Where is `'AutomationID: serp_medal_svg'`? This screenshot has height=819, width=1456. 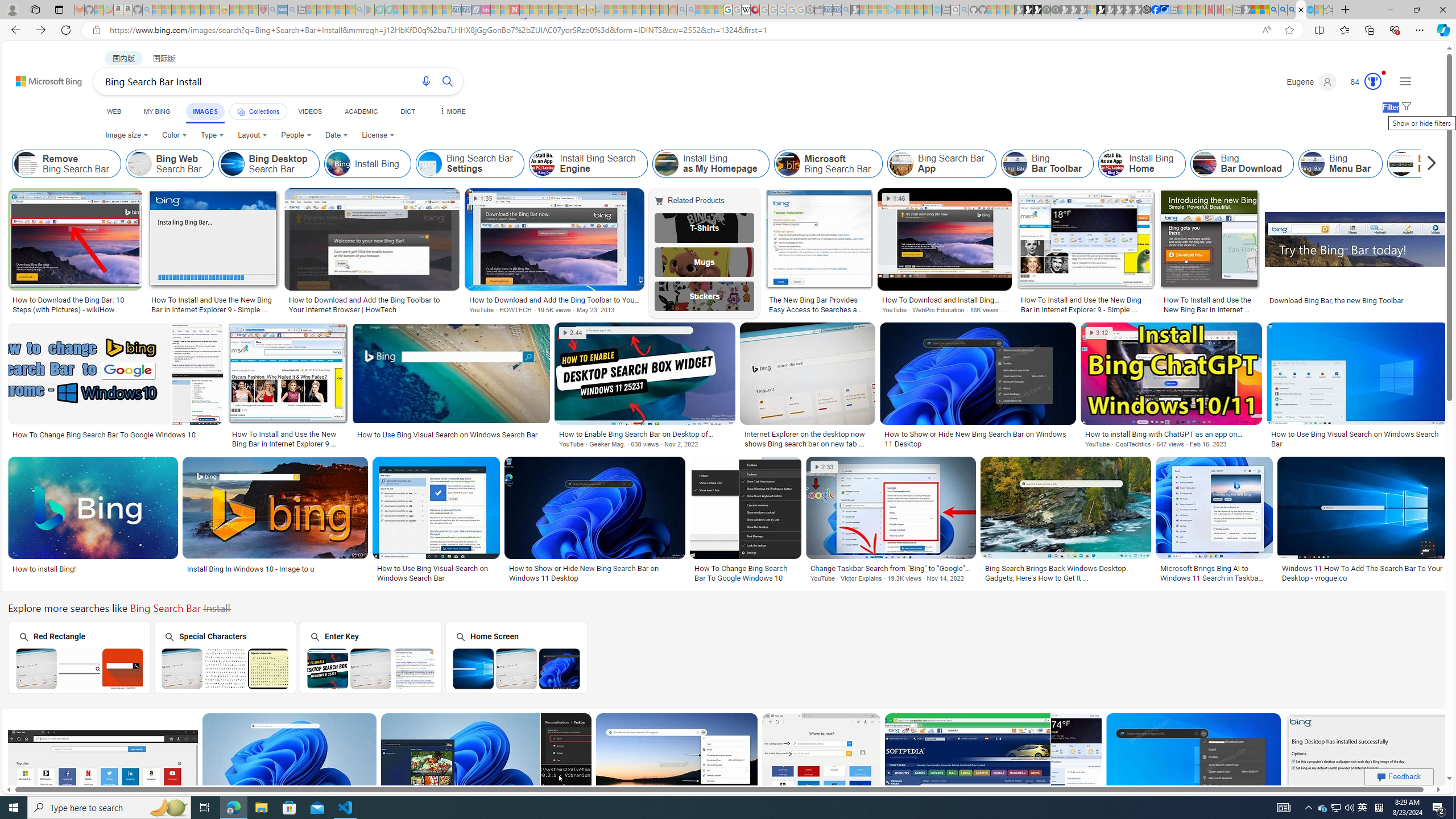 'AutomationID: serp_medal_svg' is located at coordinates (1372, 80).